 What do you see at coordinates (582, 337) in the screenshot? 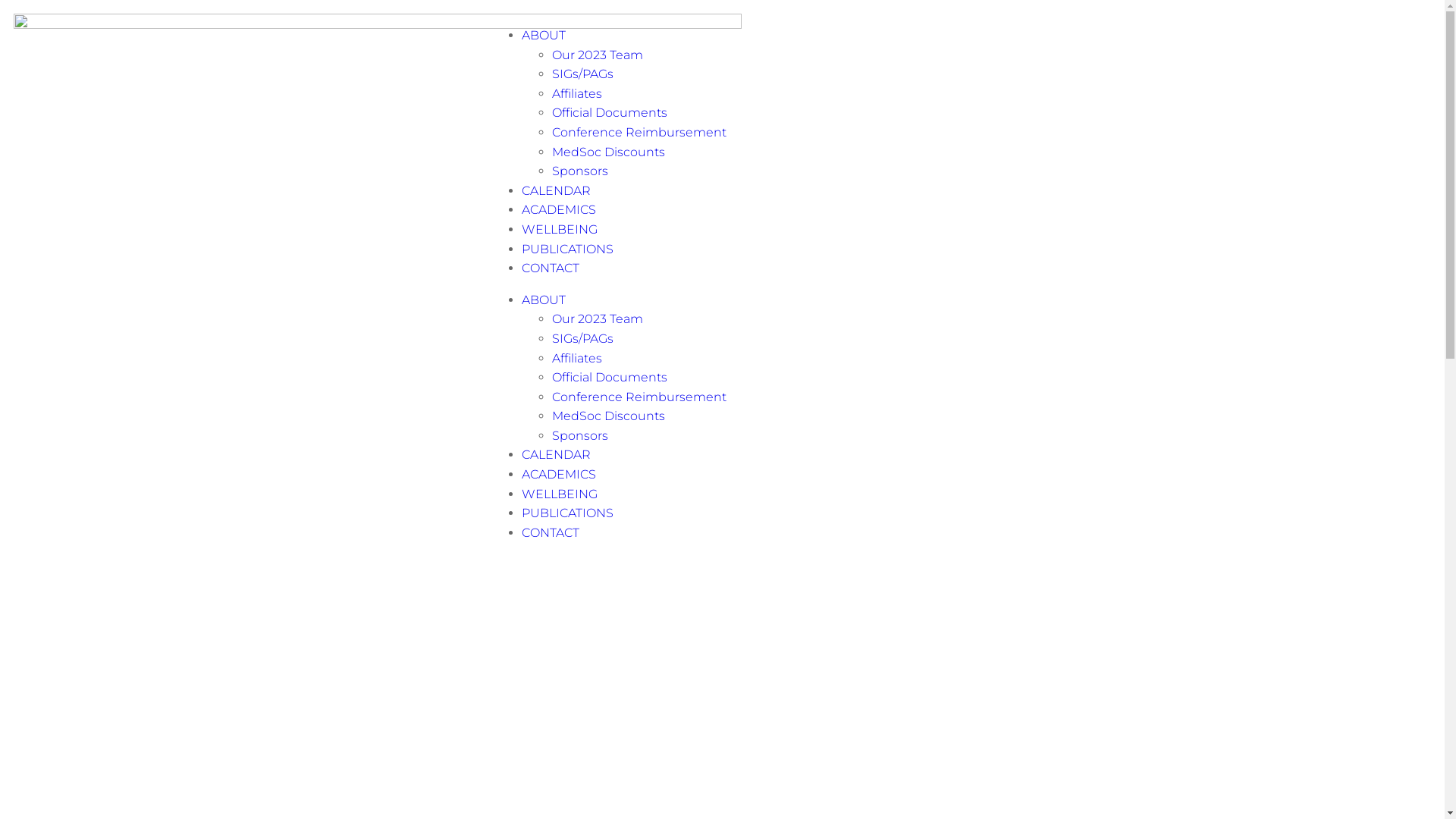
I see `'SIGs/PAGs'` at bounding box center [582, 337].